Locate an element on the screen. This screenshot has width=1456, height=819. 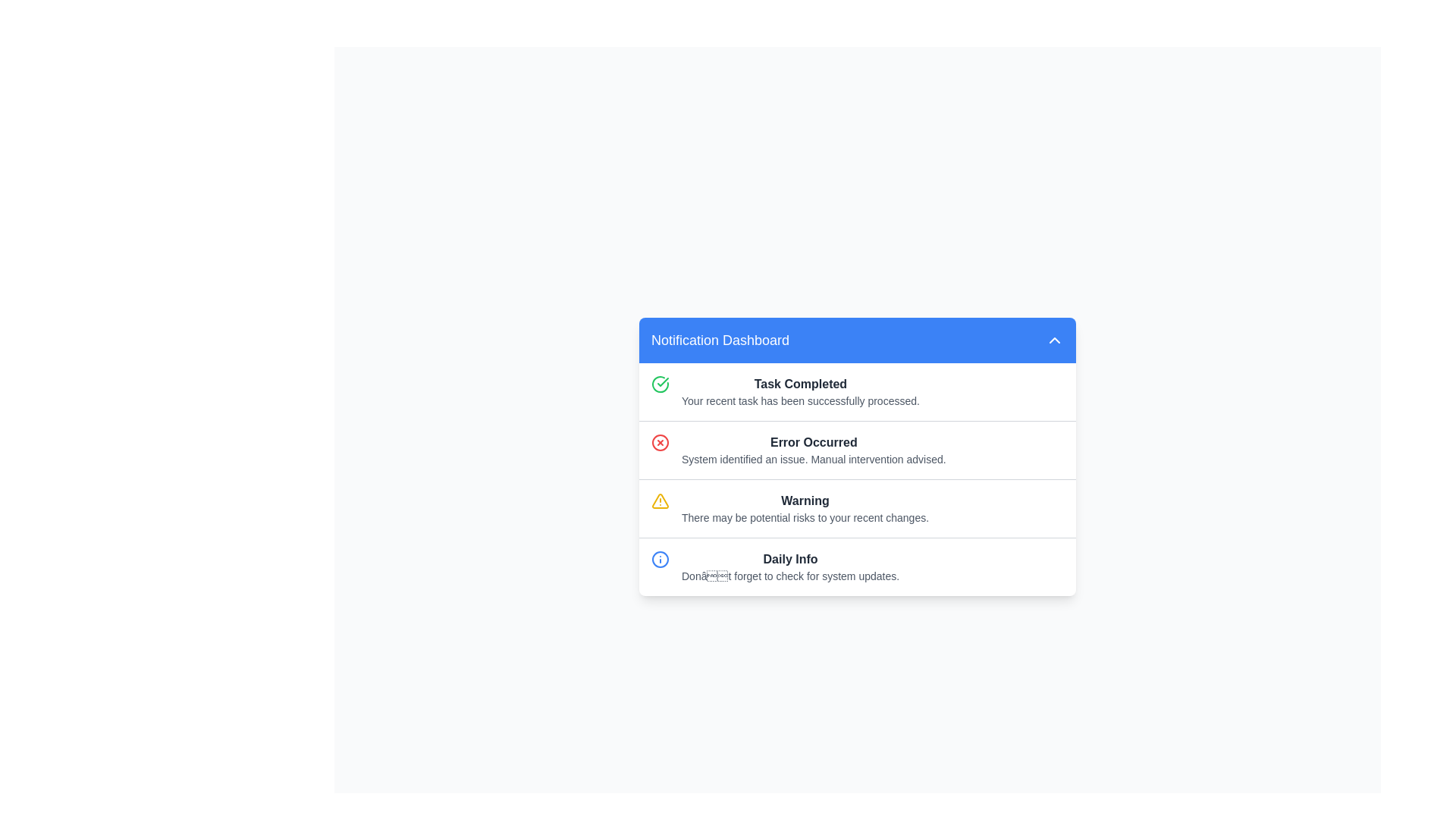
the static text label indicating successful completion of a task, which is located at the top-left of a notification card, adjacent to a checkmark icon is located at coordinates (800, 383).